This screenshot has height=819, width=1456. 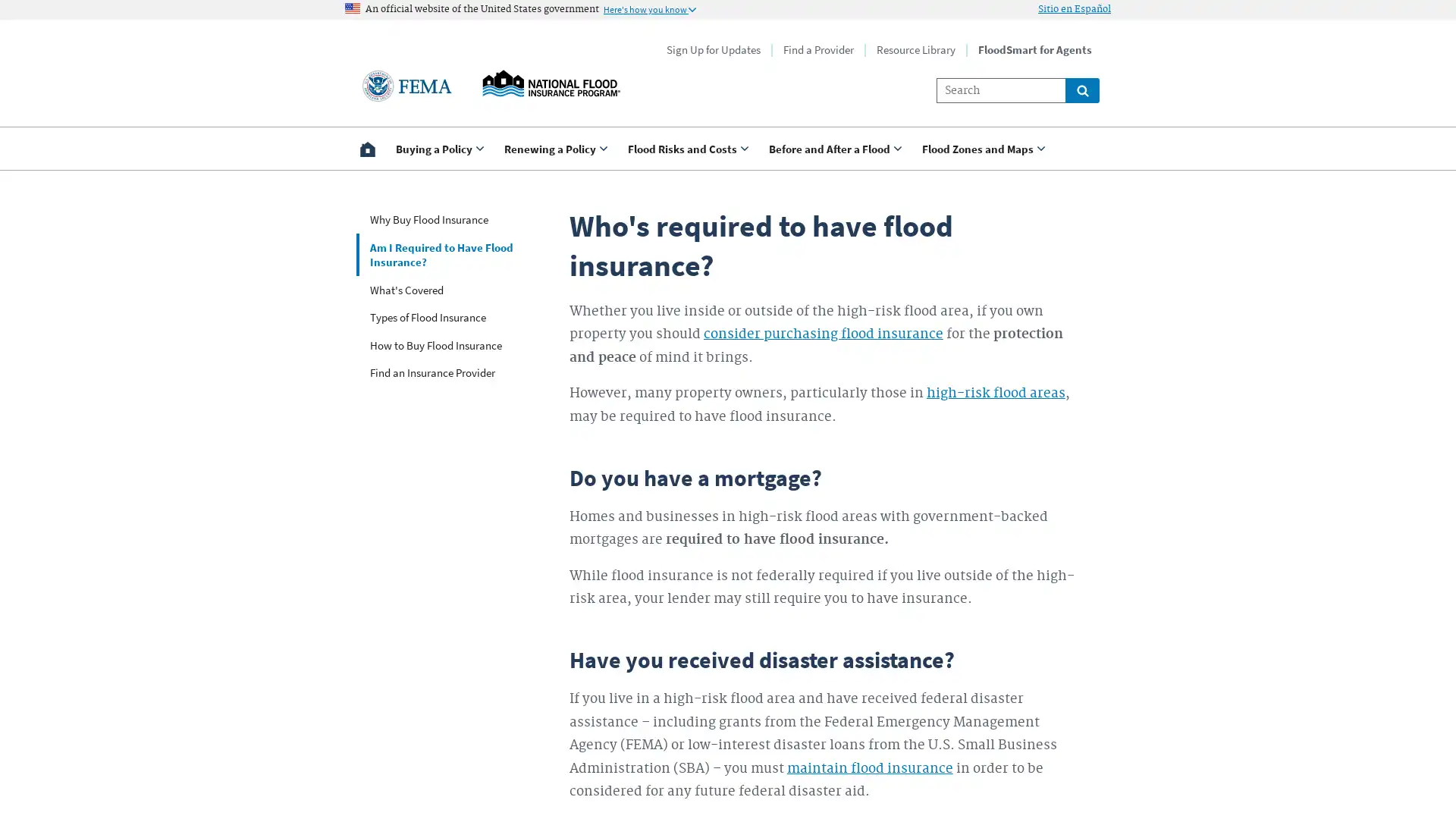 What do you see at coordinates (836, 148) in the screenshot?
I see `Use <enter> and shift + <enter> to open and close the drop down to sub-menus` at bounding box center [836, 148].